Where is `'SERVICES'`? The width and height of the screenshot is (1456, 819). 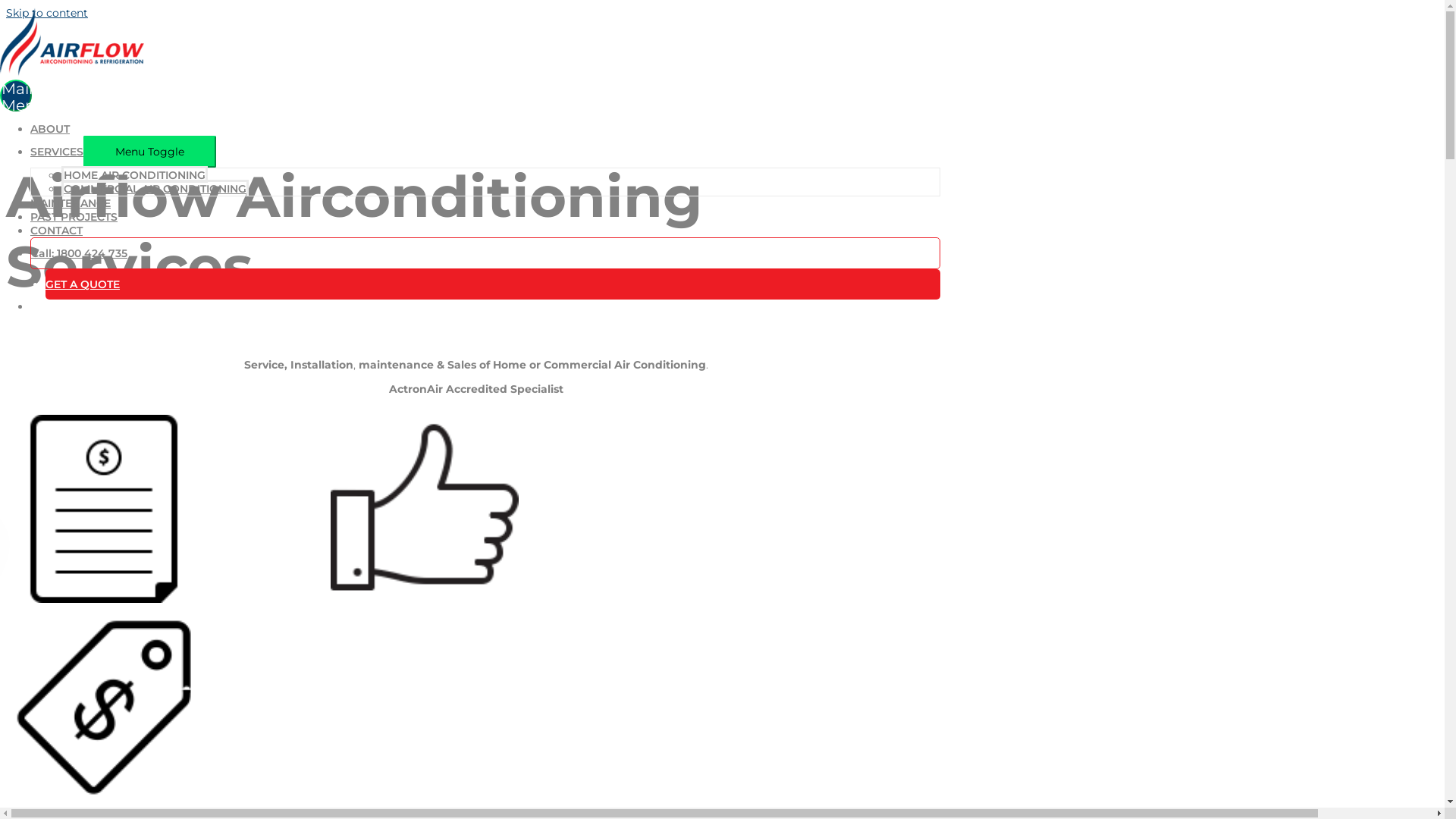 'SERVICES' is located at coordinates (57, 152).